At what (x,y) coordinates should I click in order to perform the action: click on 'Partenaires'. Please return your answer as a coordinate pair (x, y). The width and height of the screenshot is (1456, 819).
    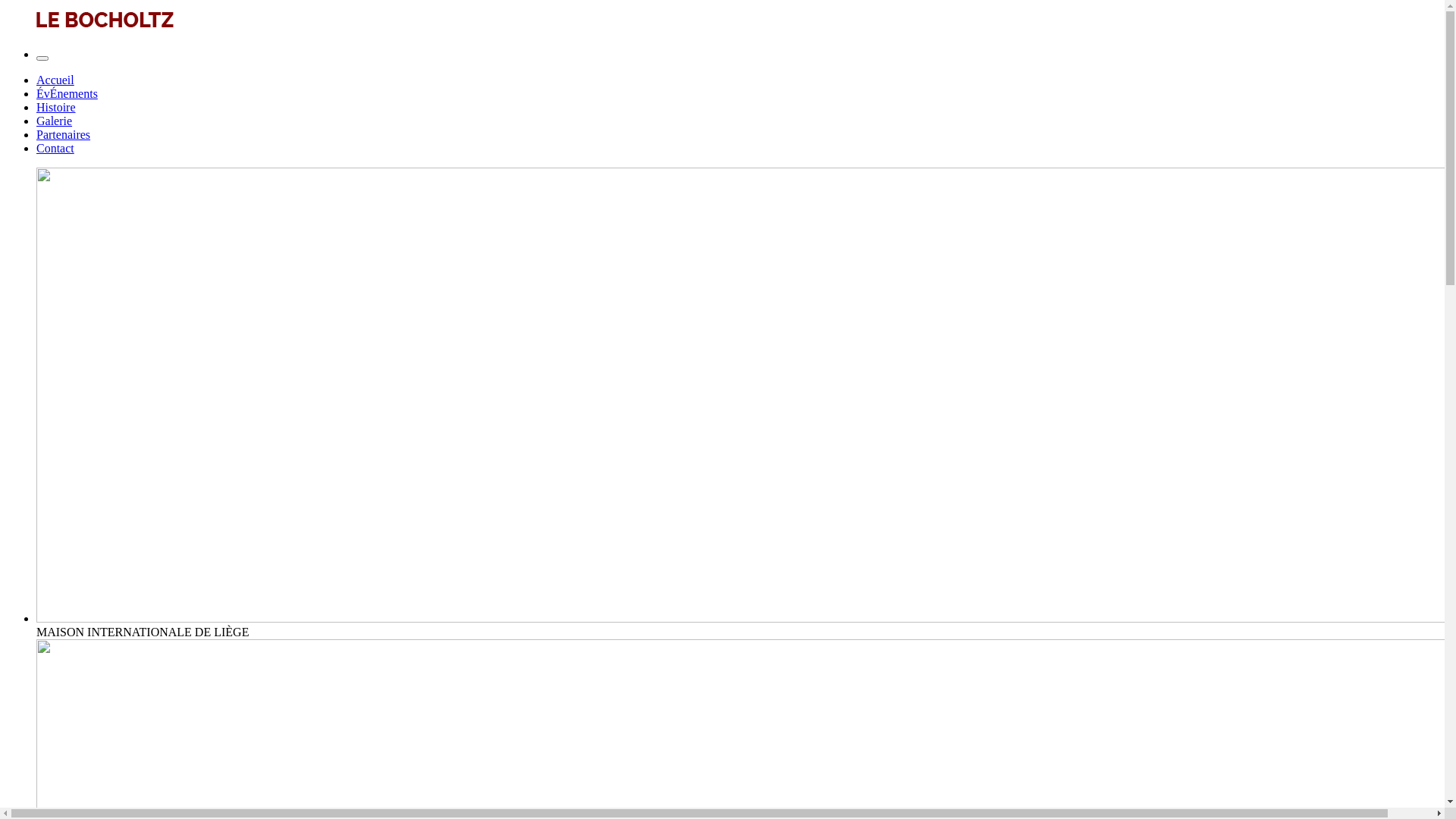
    Looking at the image, I should click on (62, 133).